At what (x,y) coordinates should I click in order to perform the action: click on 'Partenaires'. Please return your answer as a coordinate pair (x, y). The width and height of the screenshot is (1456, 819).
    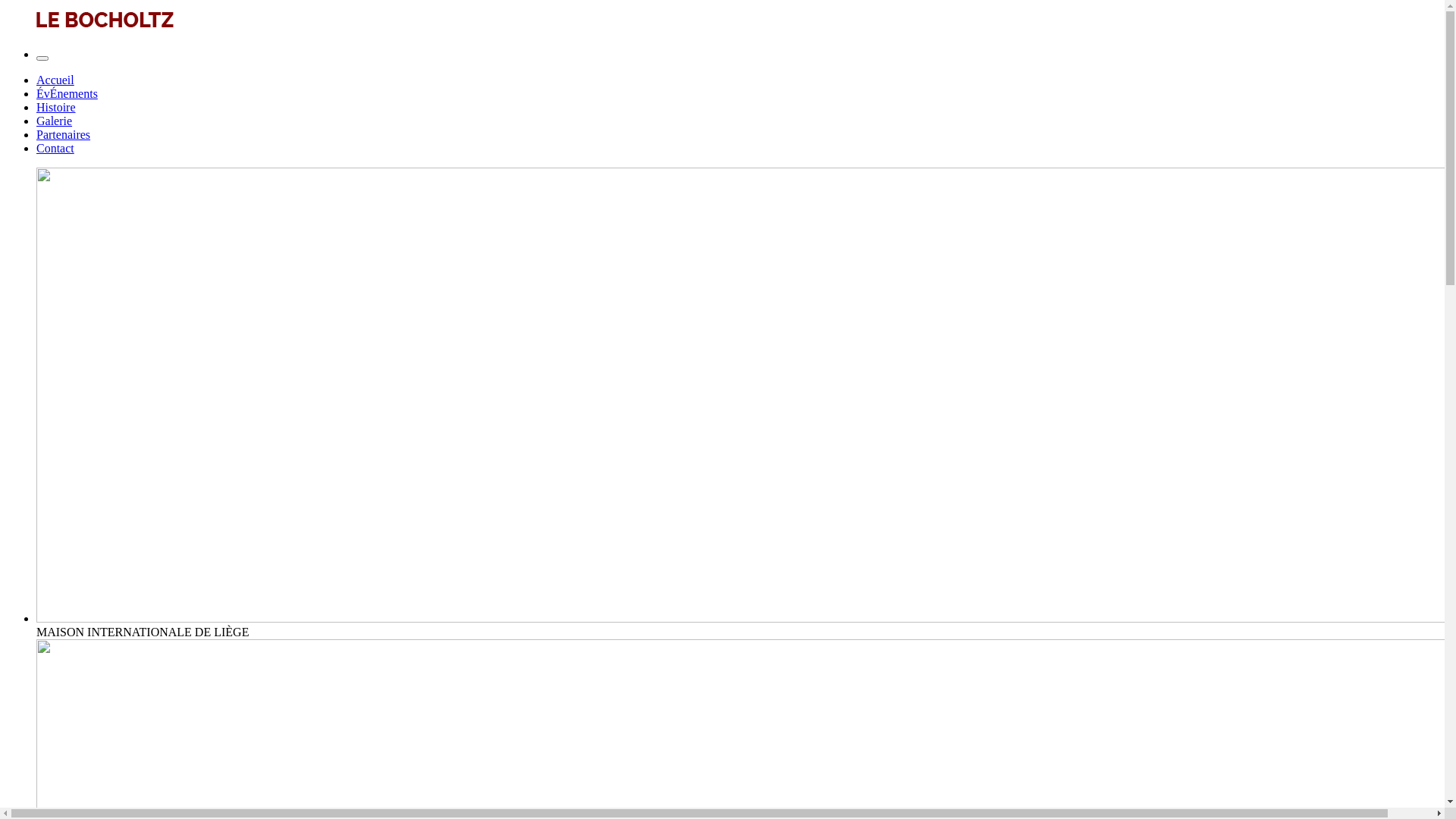
    Looking at the image, I should click on (62, 133).